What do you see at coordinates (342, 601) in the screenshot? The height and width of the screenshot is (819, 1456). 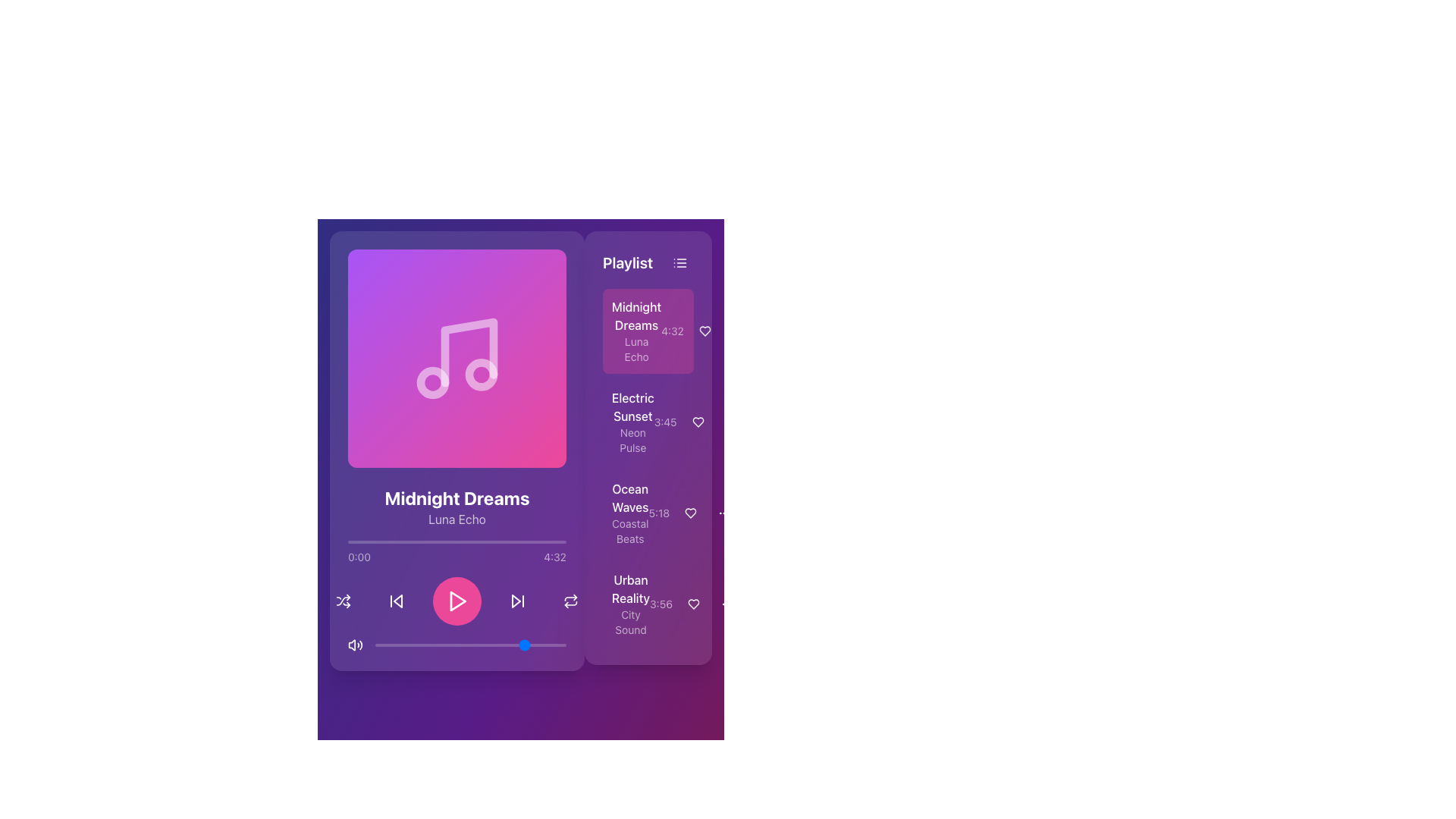 I see `the shuffle button with an SVG icon located at the bottom-right of the media player controls` at bounding box center [342, 601].